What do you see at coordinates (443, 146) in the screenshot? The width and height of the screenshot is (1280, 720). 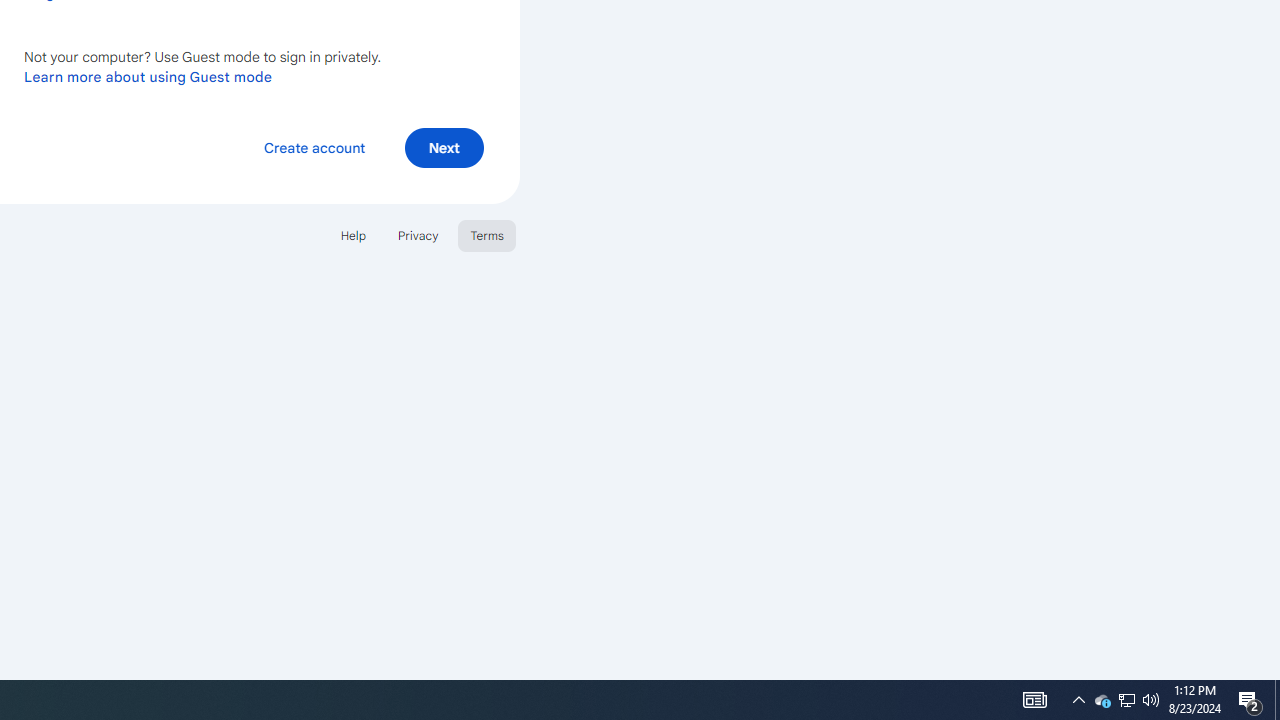 I see `'Next'` at bounding box center [443, 146].